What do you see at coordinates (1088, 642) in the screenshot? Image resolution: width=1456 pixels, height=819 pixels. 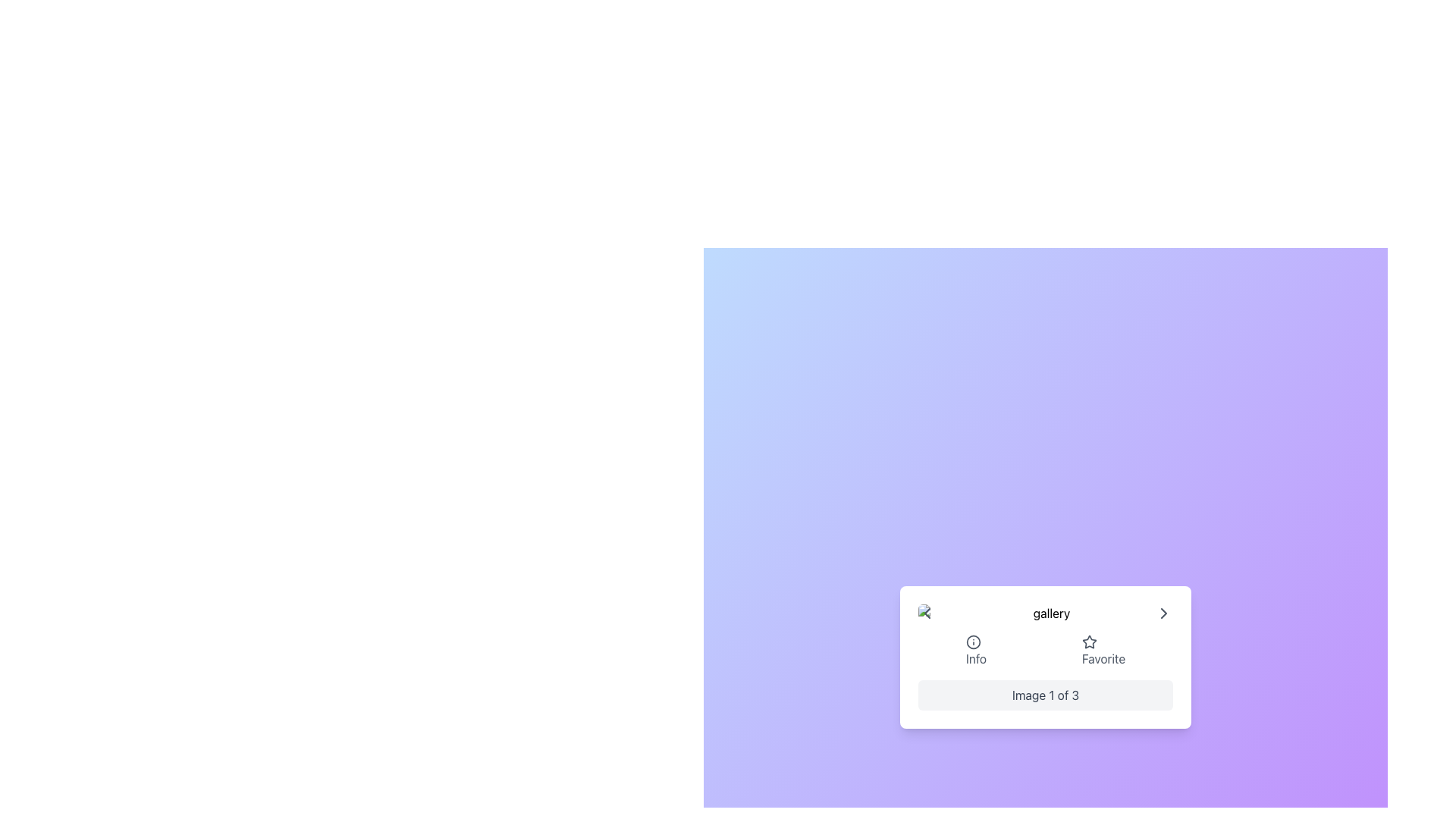 I see `the star-shaped icon with a gray outline next to the 'Favorite' text to mark it` at bounding box center [1088, 642].